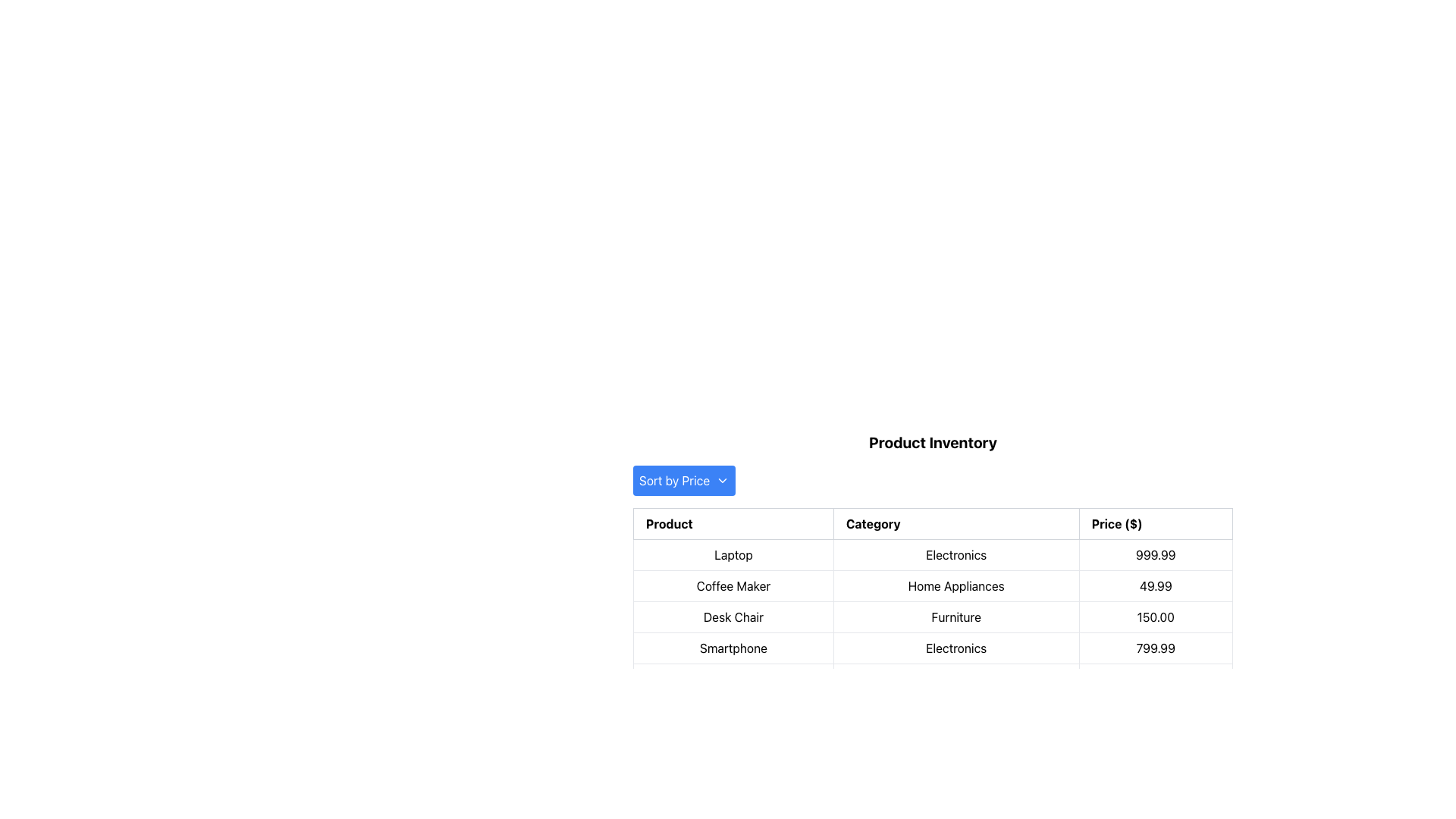  Describe the element at coordinates (733, 617) in the screenshot. I see `the 'Desk Chair' text label in the 'Product' column of the table` at that location.